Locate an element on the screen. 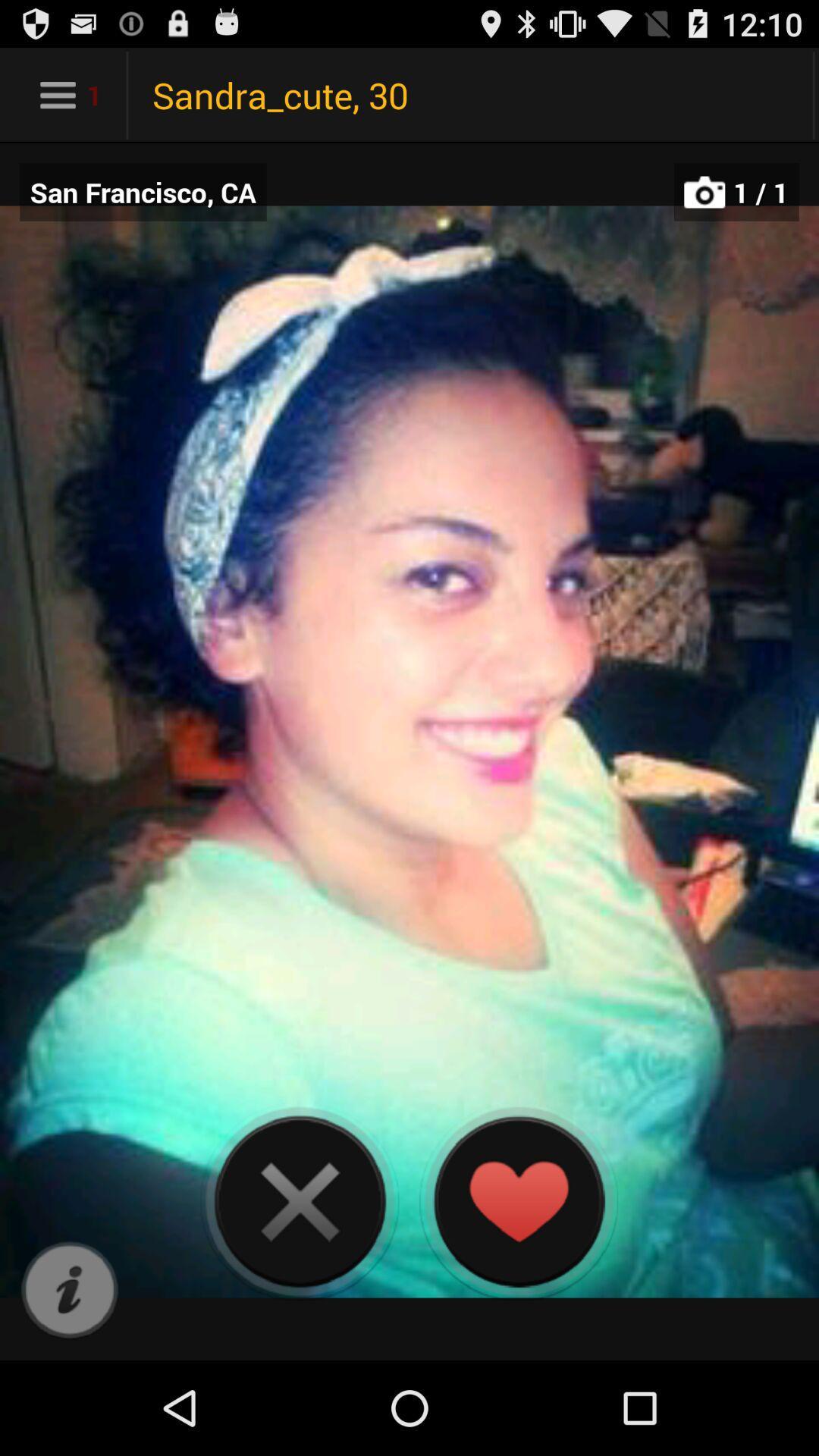 The image size is (819, 1456). refuse is located at coordinates (300, 1200).